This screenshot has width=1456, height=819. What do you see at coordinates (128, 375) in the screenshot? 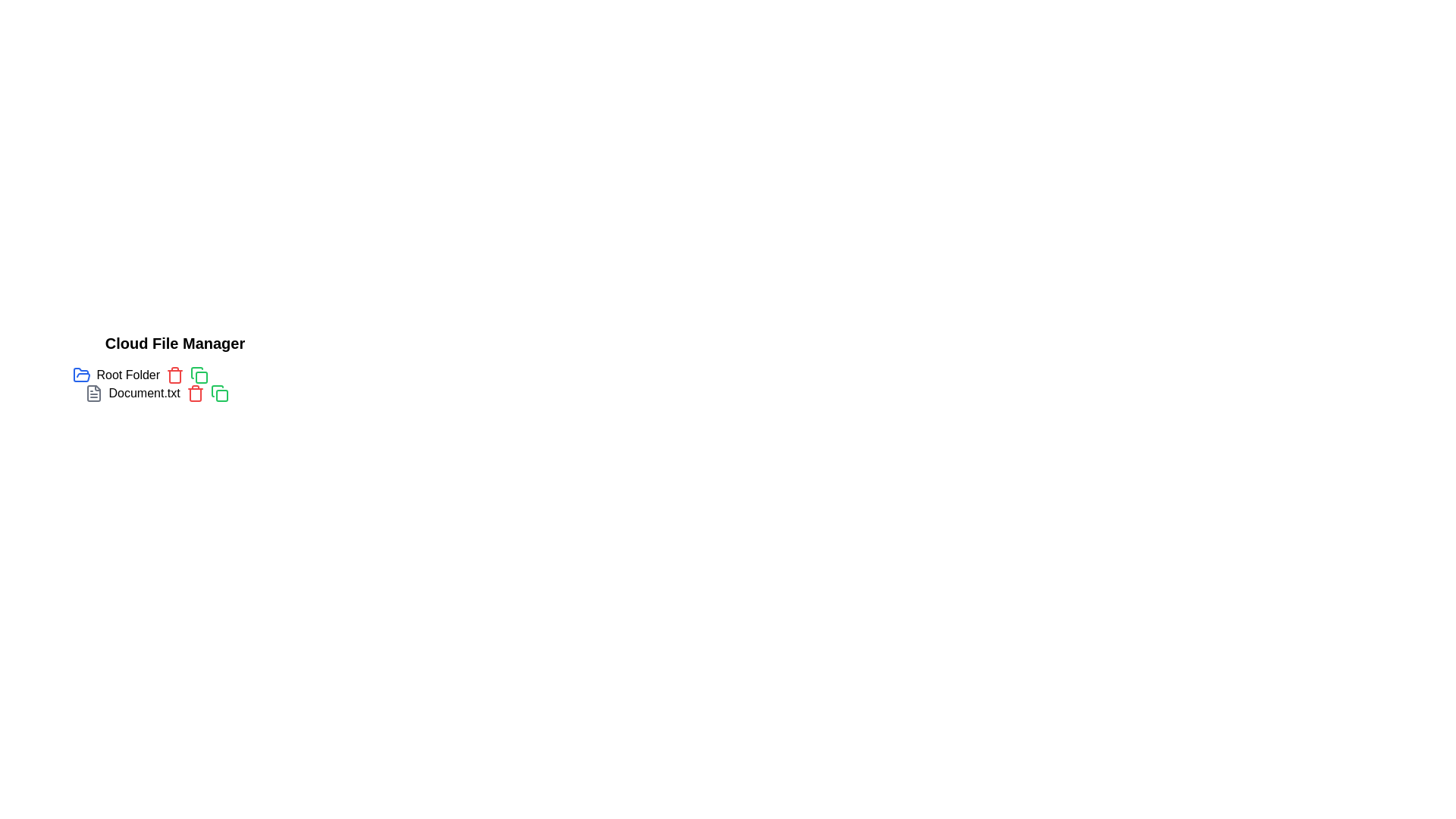
I see `text label 'Root Folder' which is styled in a standard typeface and located next to a blue folder icon` at bounding box center [128, 375].